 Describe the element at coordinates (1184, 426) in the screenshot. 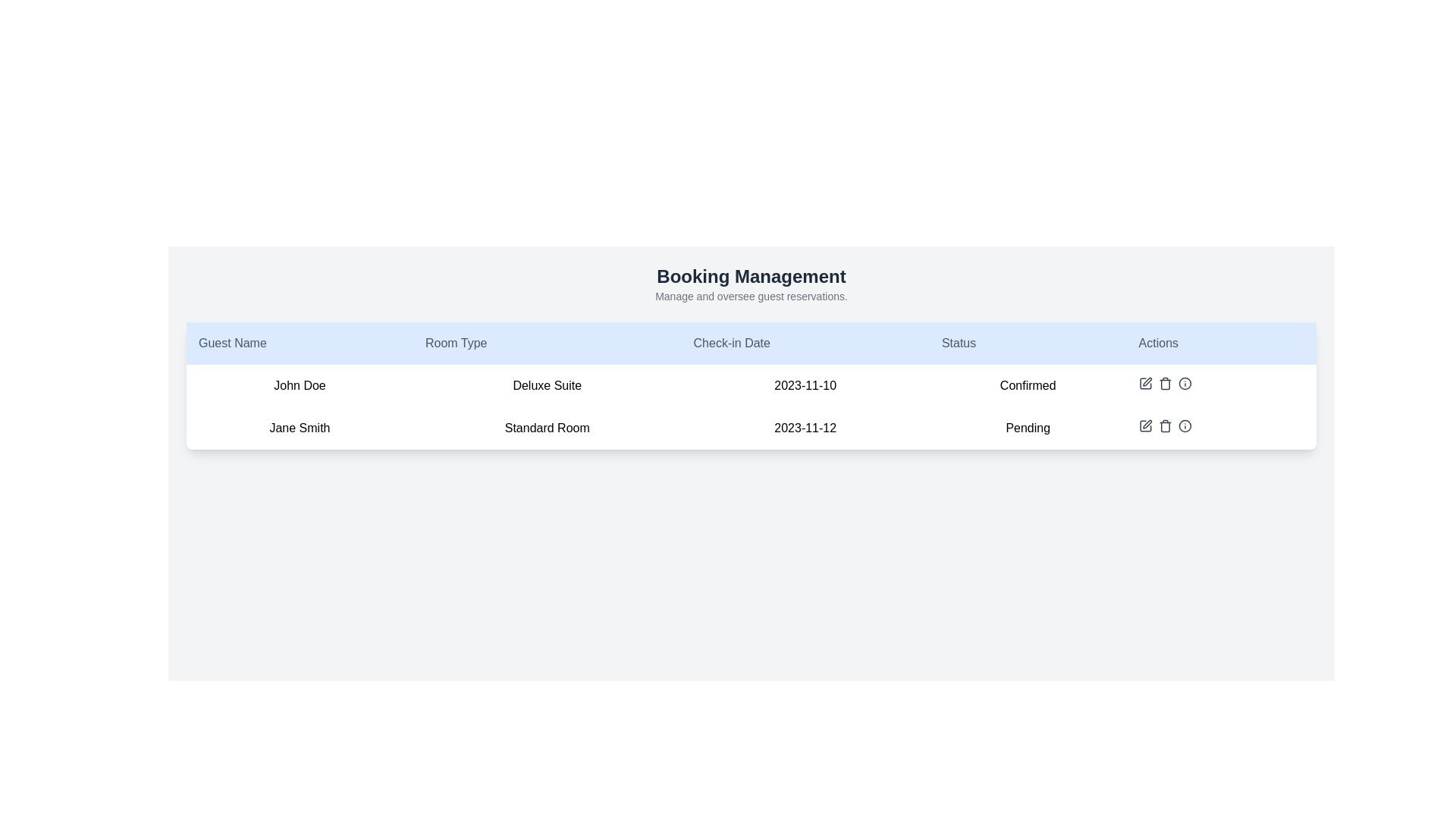

I see `the circular part of the information icon located in the second-row 'Actions' column of the booking details table` at that location.